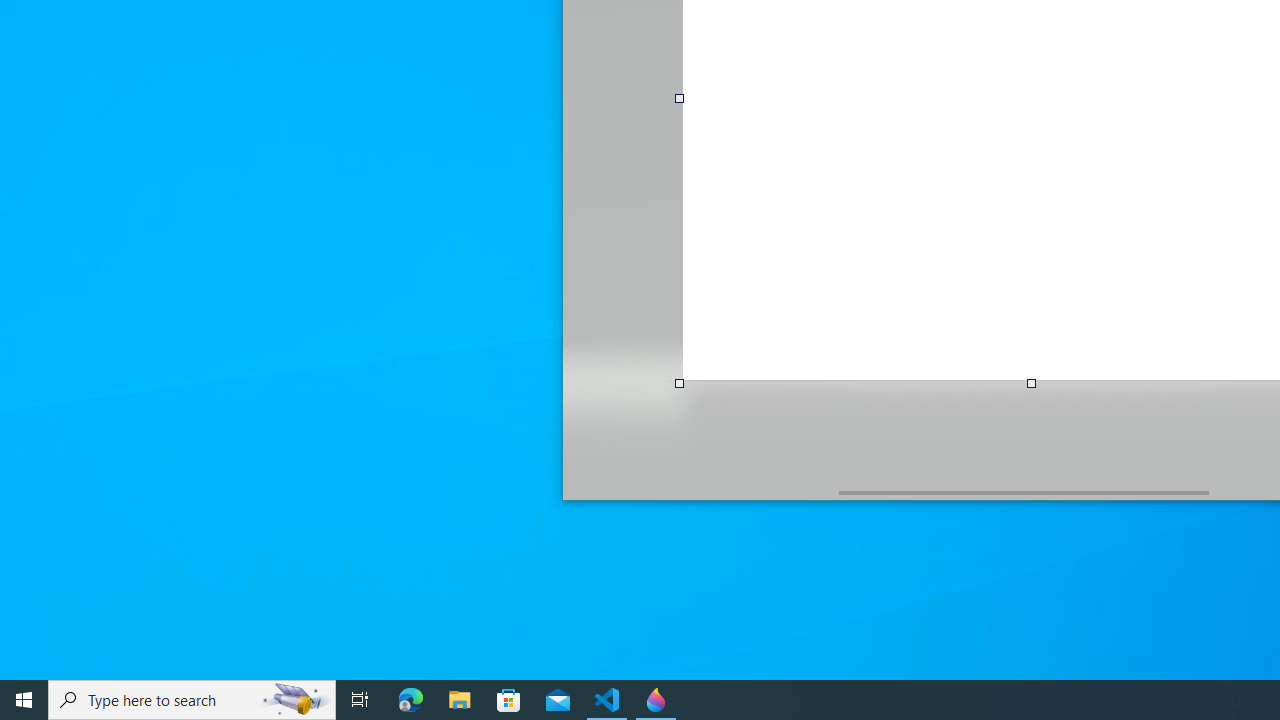  I want to click on 'Microsoft Edge', so click(410, 698).